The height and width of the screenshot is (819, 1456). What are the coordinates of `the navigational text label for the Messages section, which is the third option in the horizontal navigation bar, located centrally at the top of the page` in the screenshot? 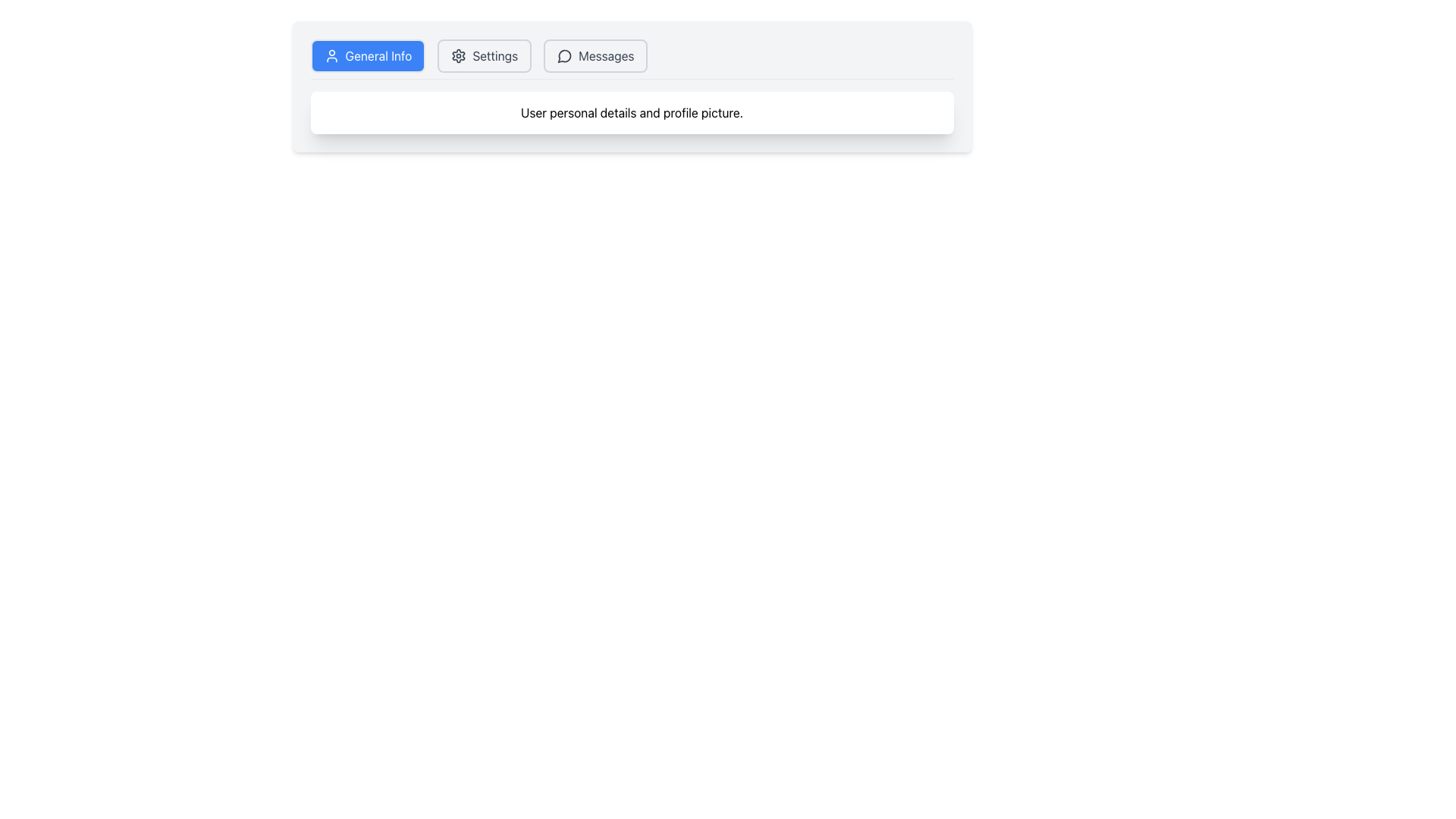 It's located at (605, 55).